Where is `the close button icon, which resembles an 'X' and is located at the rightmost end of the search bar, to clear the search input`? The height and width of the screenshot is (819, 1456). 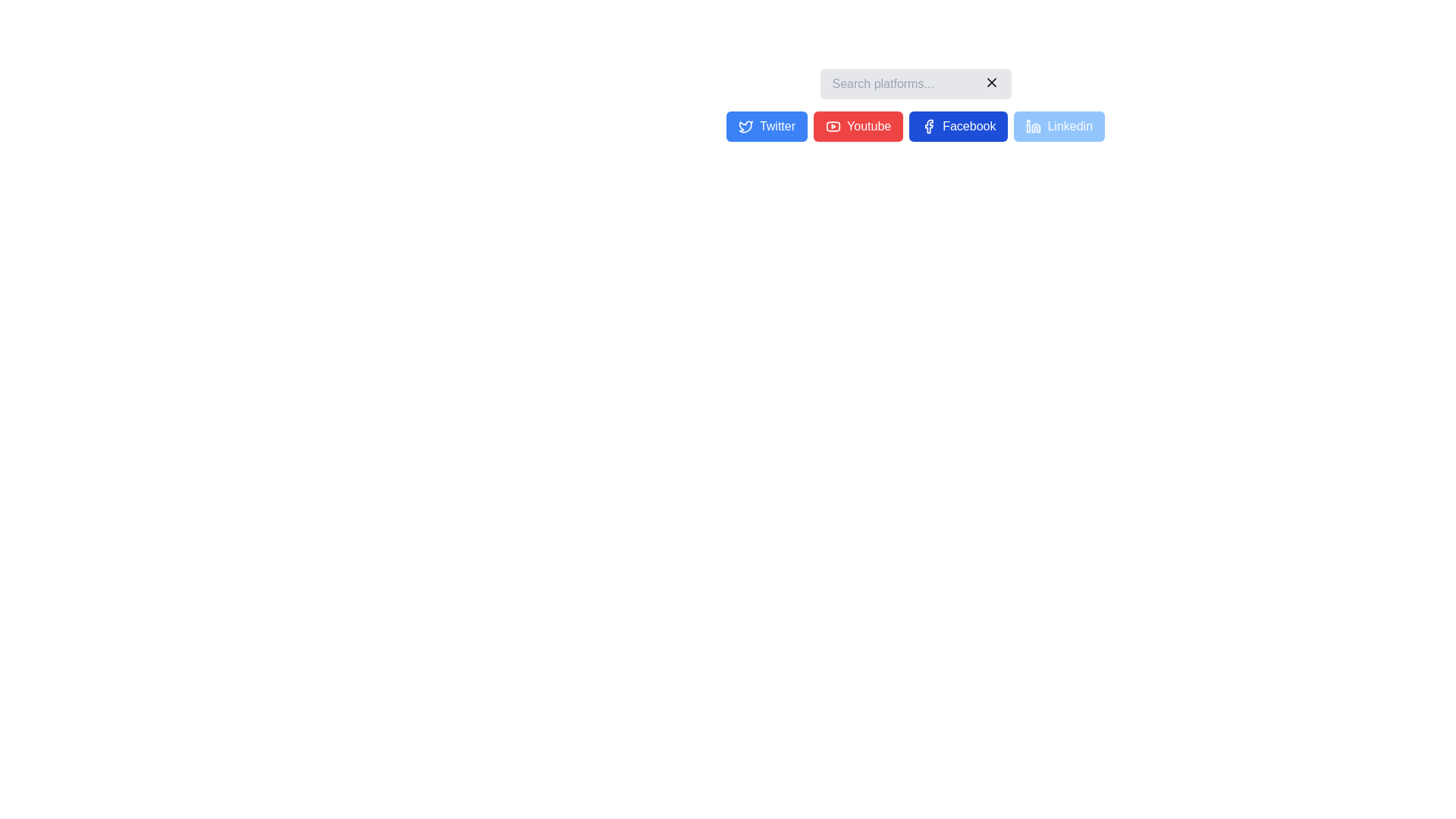
the close button icon, which resembles an 'X' and is located at the rightmost end of the search bar, to clear the search input is located at coordinates (991, 82).